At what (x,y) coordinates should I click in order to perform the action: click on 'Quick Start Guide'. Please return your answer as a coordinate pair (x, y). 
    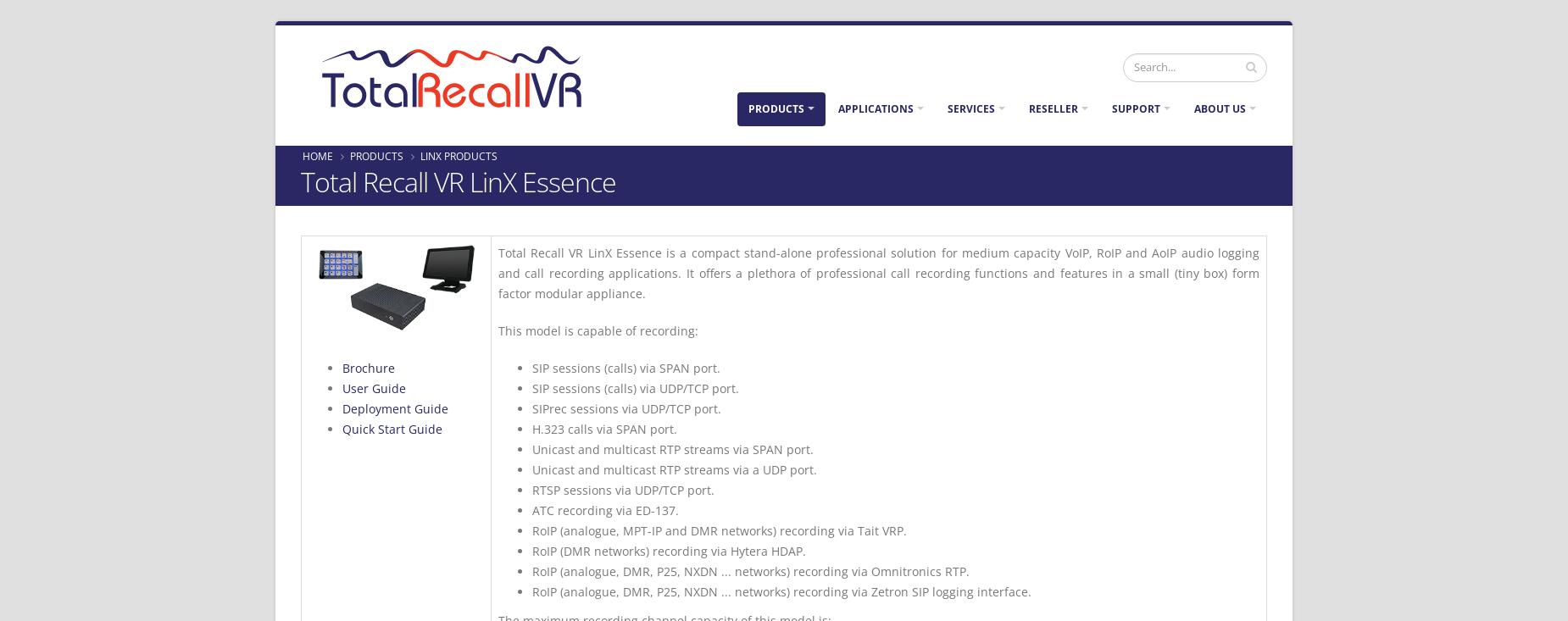
    Looking at the image, I should click on (342, 428).